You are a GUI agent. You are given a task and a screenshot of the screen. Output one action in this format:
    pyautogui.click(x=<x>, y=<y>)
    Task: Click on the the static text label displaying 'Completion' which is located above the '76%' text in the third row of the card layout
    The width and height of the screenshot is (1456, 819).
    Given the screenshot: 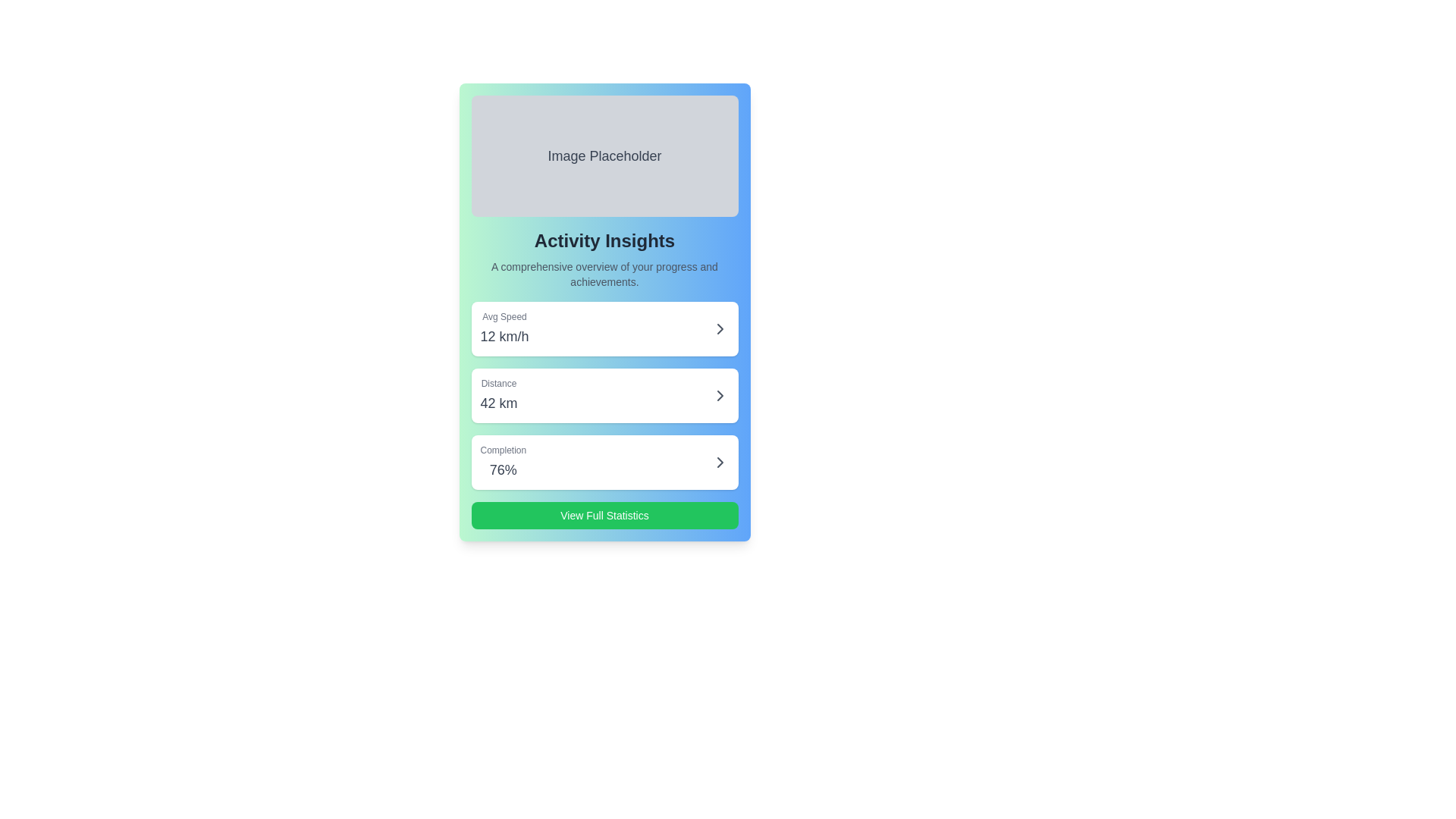 What is the action you would take?
    pyautogui.click(x=503, y=450)
    